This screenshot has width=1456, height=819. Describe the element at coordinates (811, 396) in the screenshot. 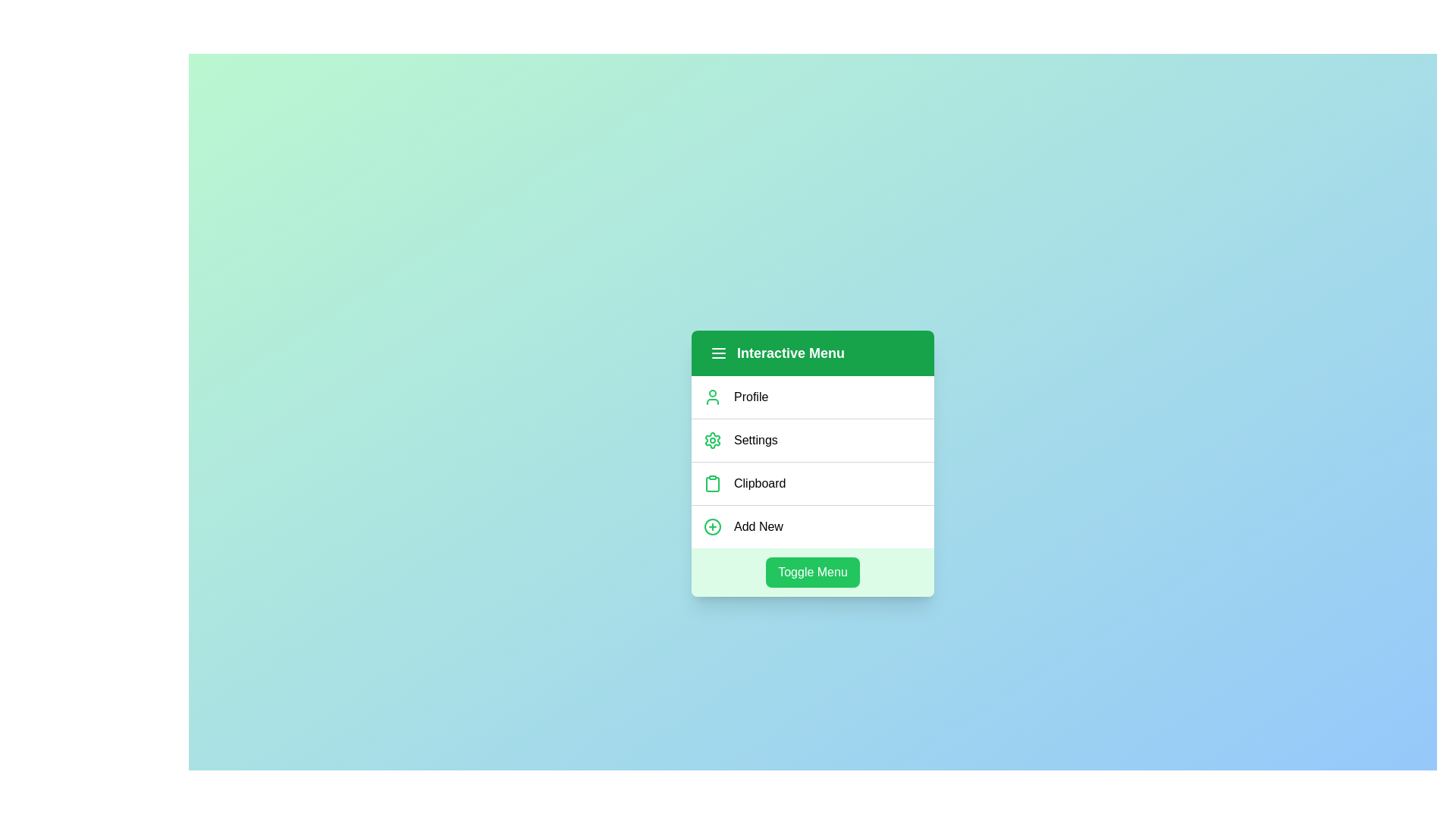

I see `the menu item labeled 'Profile'` at that location.